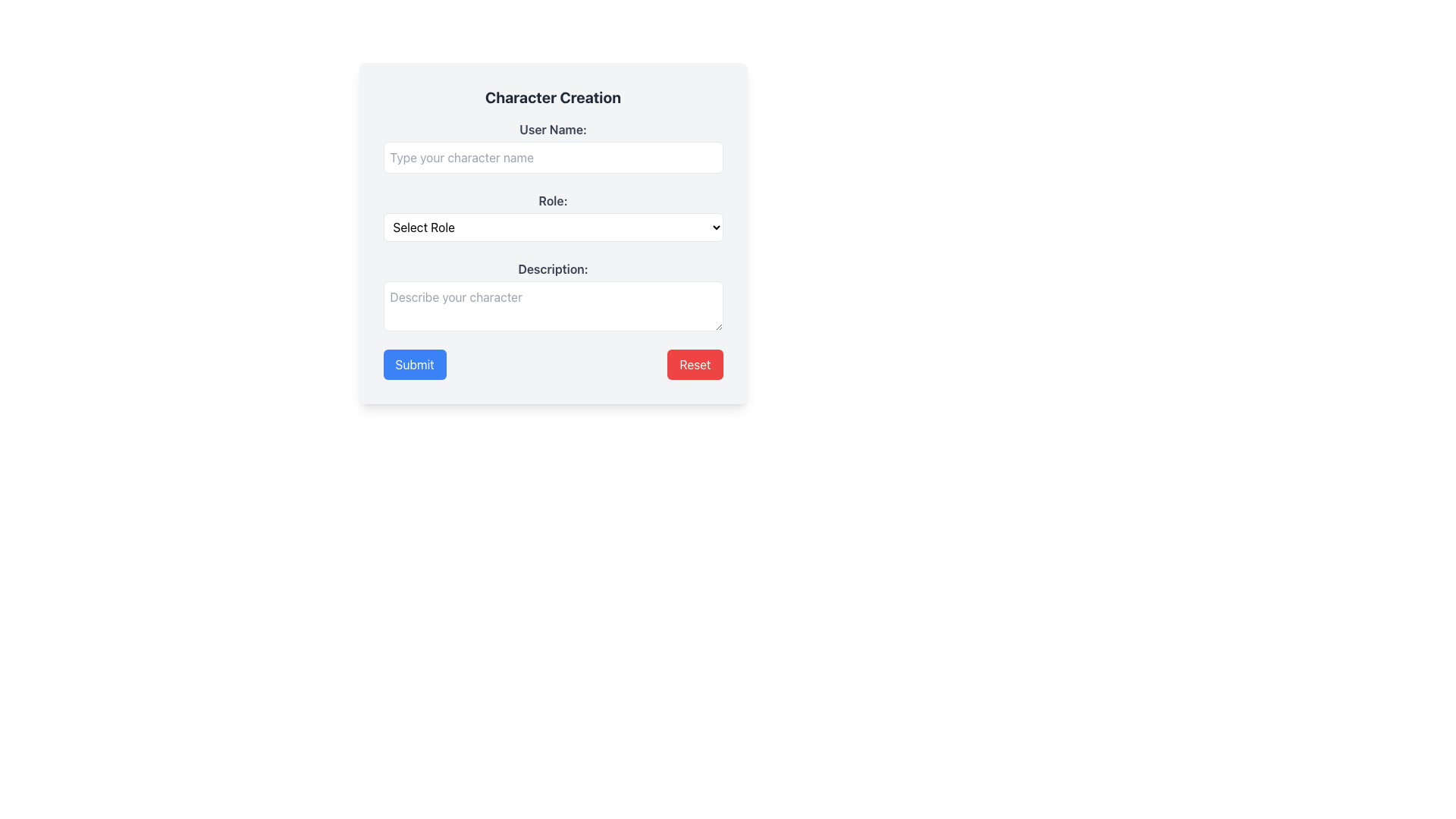 The image size is (1456, 819). I want to click on the input field for entering the character name, which is centrally aligned beneath the 'Character Creation' title, so click(552, 146).